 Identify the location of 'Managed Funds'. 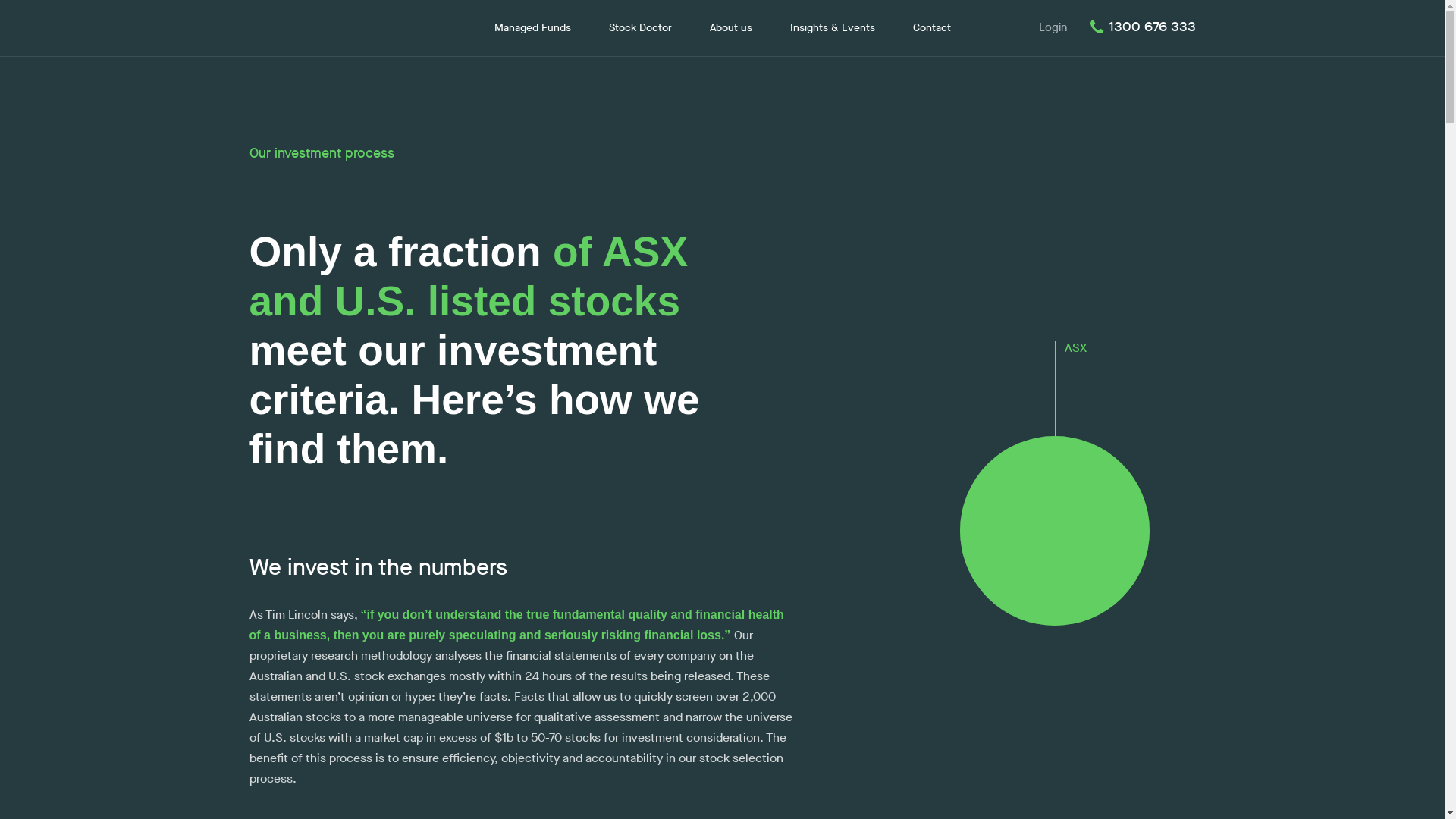
(532, 28).